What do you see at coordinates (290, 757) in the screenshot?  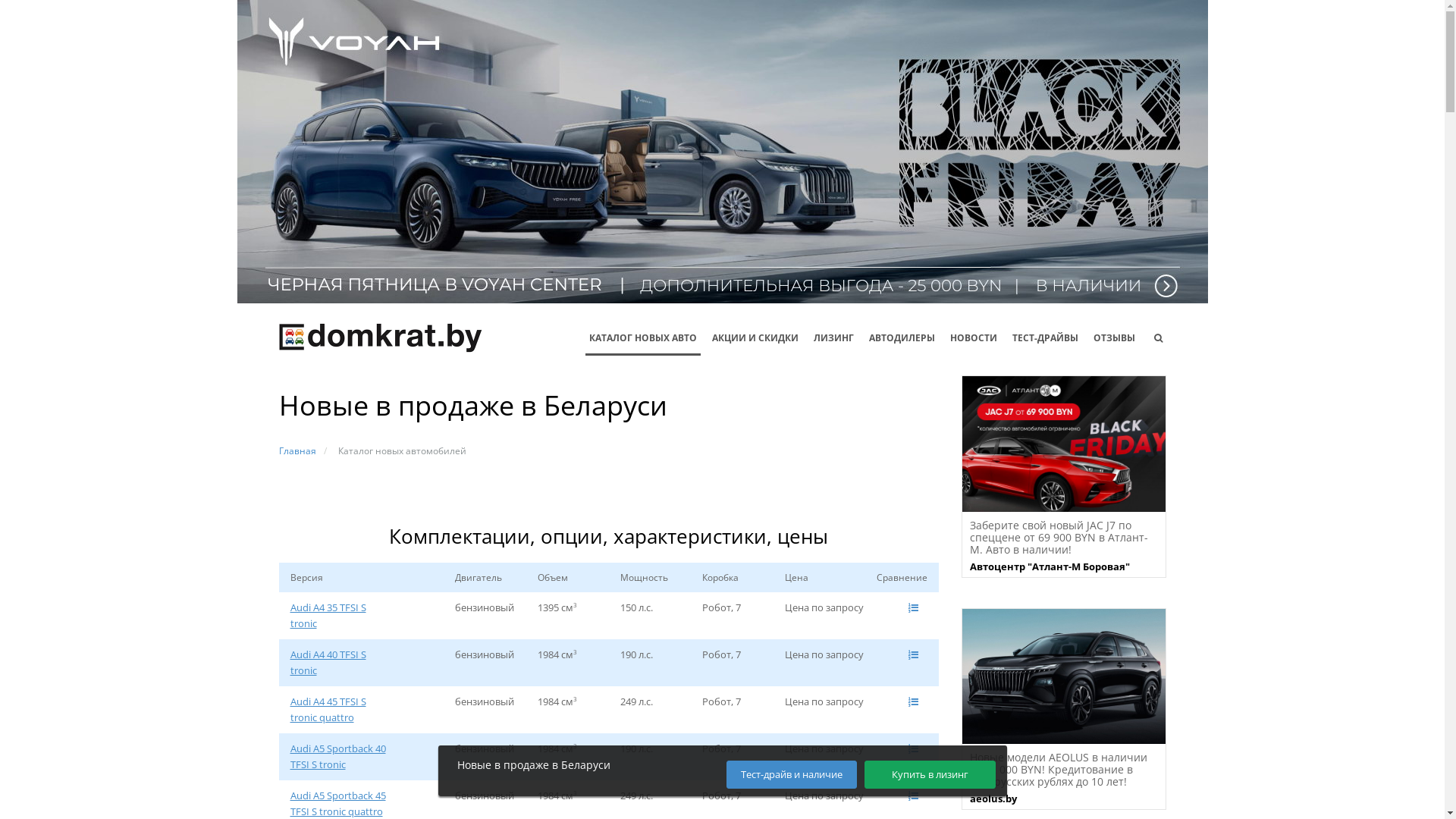 I see `'Audi A5 Sportback 40 TFSI S tronic'` at bounding box center [290, 757].